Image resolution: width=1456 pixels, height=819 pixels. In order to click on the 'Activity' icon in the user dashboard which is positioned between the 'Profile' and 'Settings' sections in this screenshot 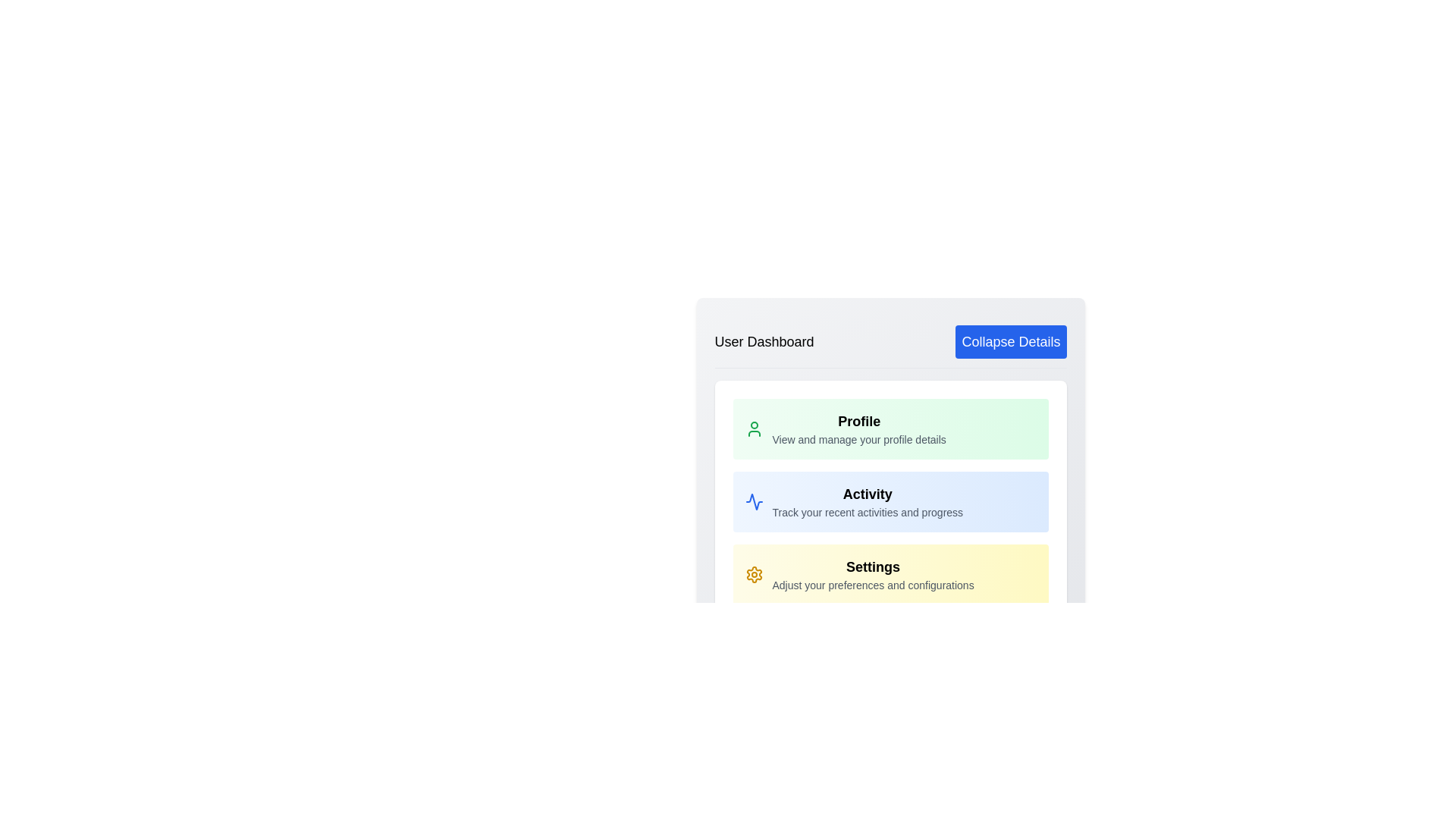, I will do `click(754, 502)`.